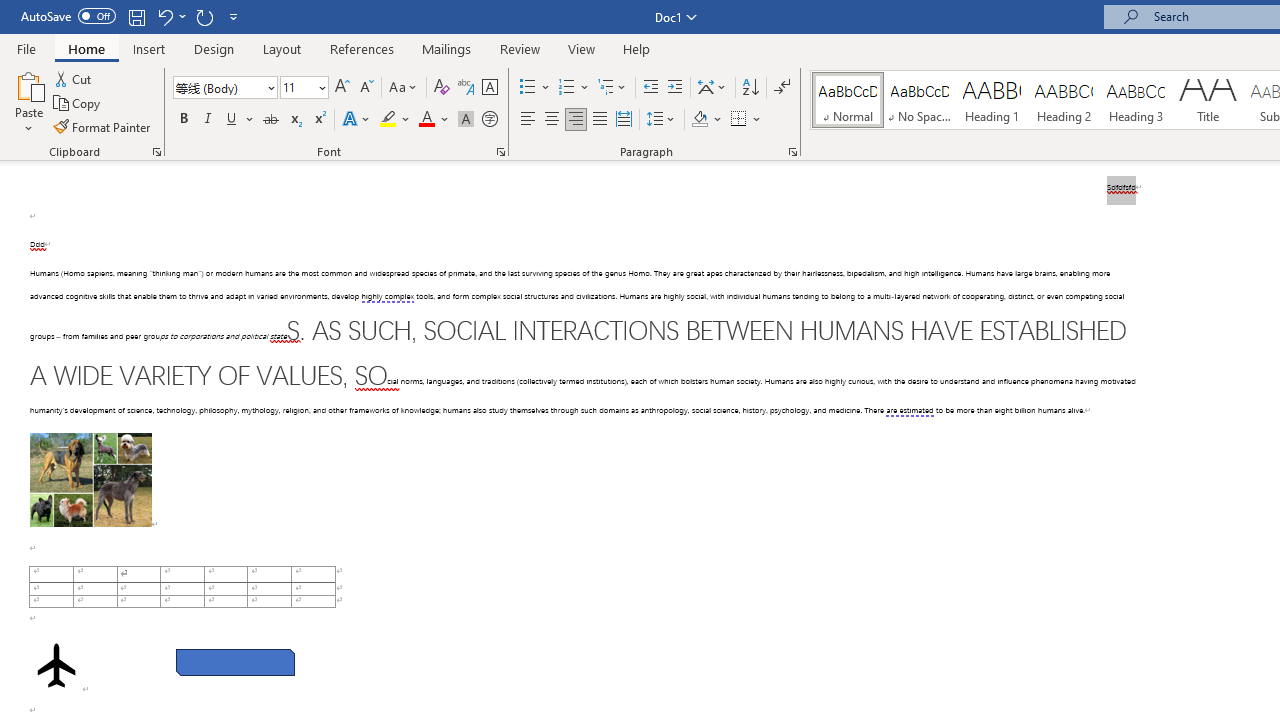  I want to click on 'Rectangle: Diagonal Corners Snipped 2', so click(235, 662).